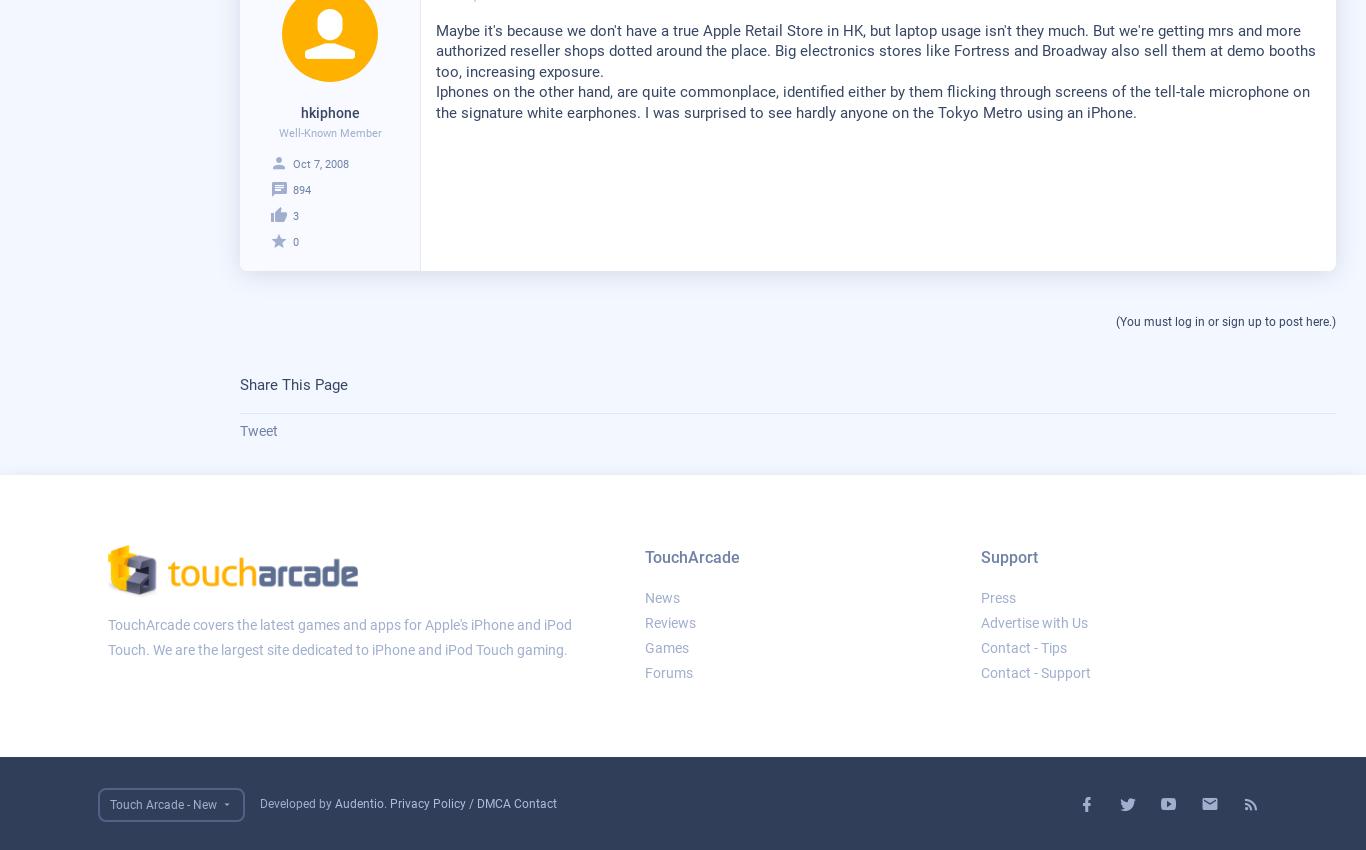 The image size is (1366, 850). What do you see at coordinates (385, 803) in the screenshot?
I see `'.'` at bounding box center [385, 803].